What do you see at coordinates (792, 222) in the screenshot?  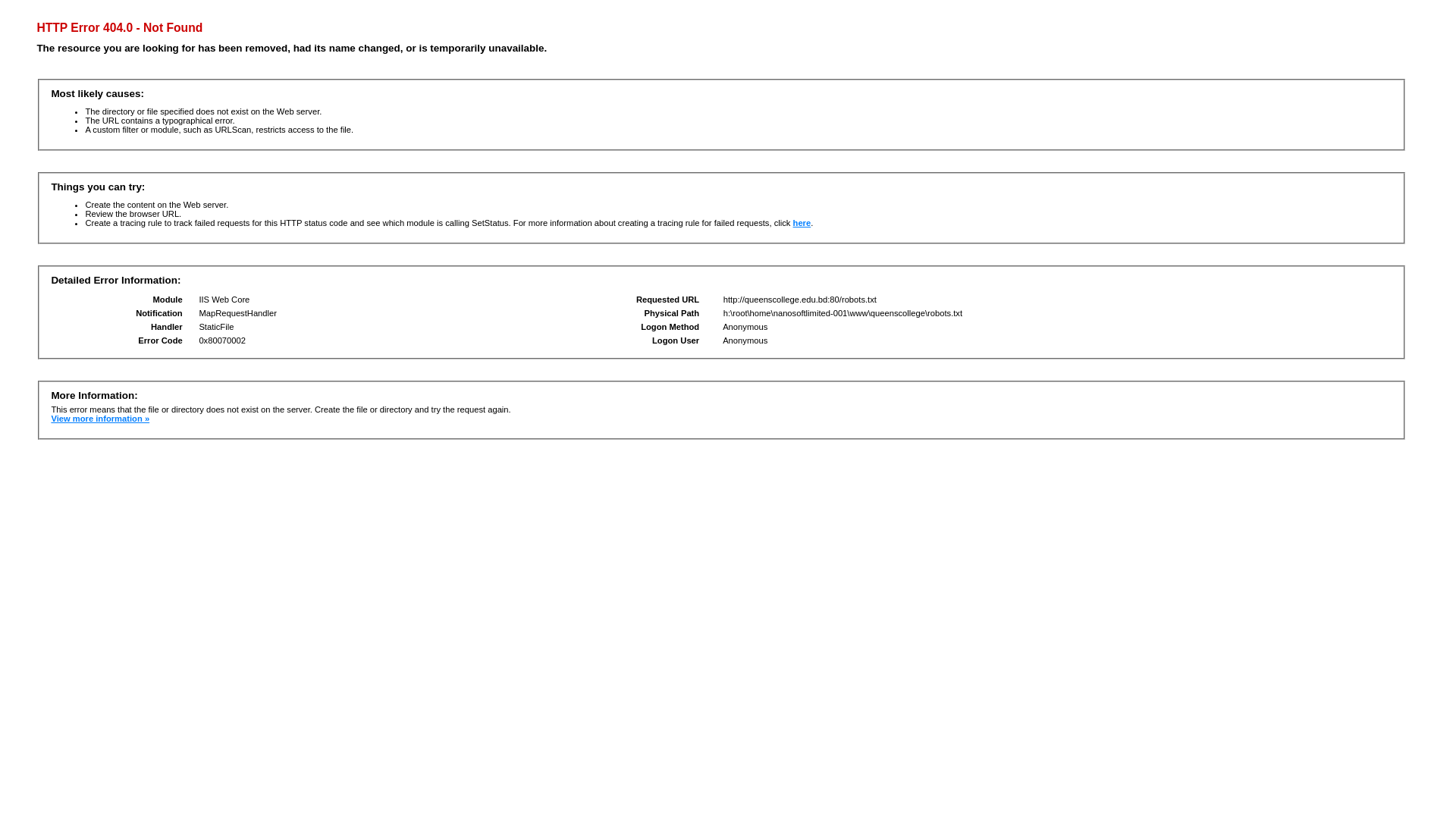 I see `'here'` at bounding box center [792, 222].